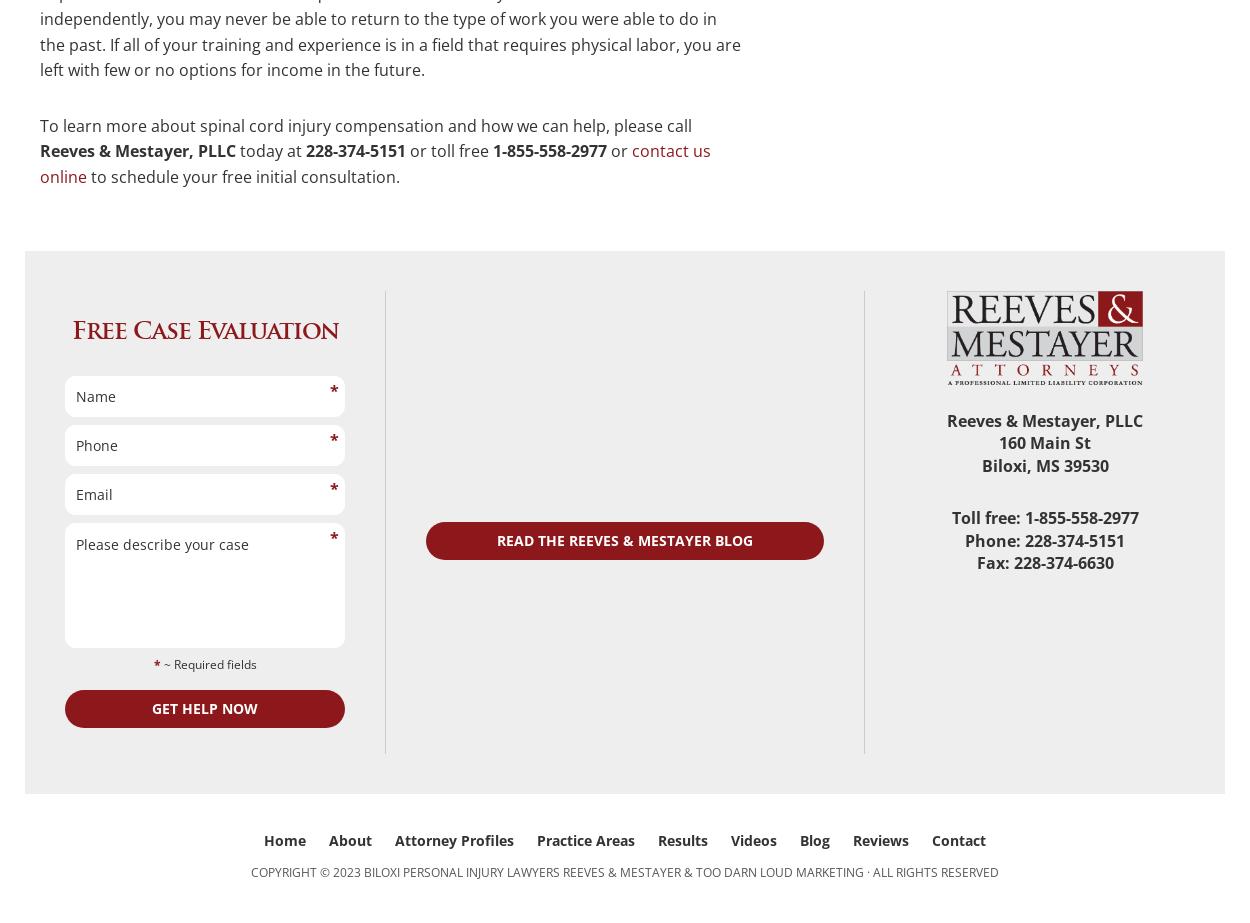 The height and width of the screenshot is (923, 1250). I want to click on 'Videos', so click(754, 839).